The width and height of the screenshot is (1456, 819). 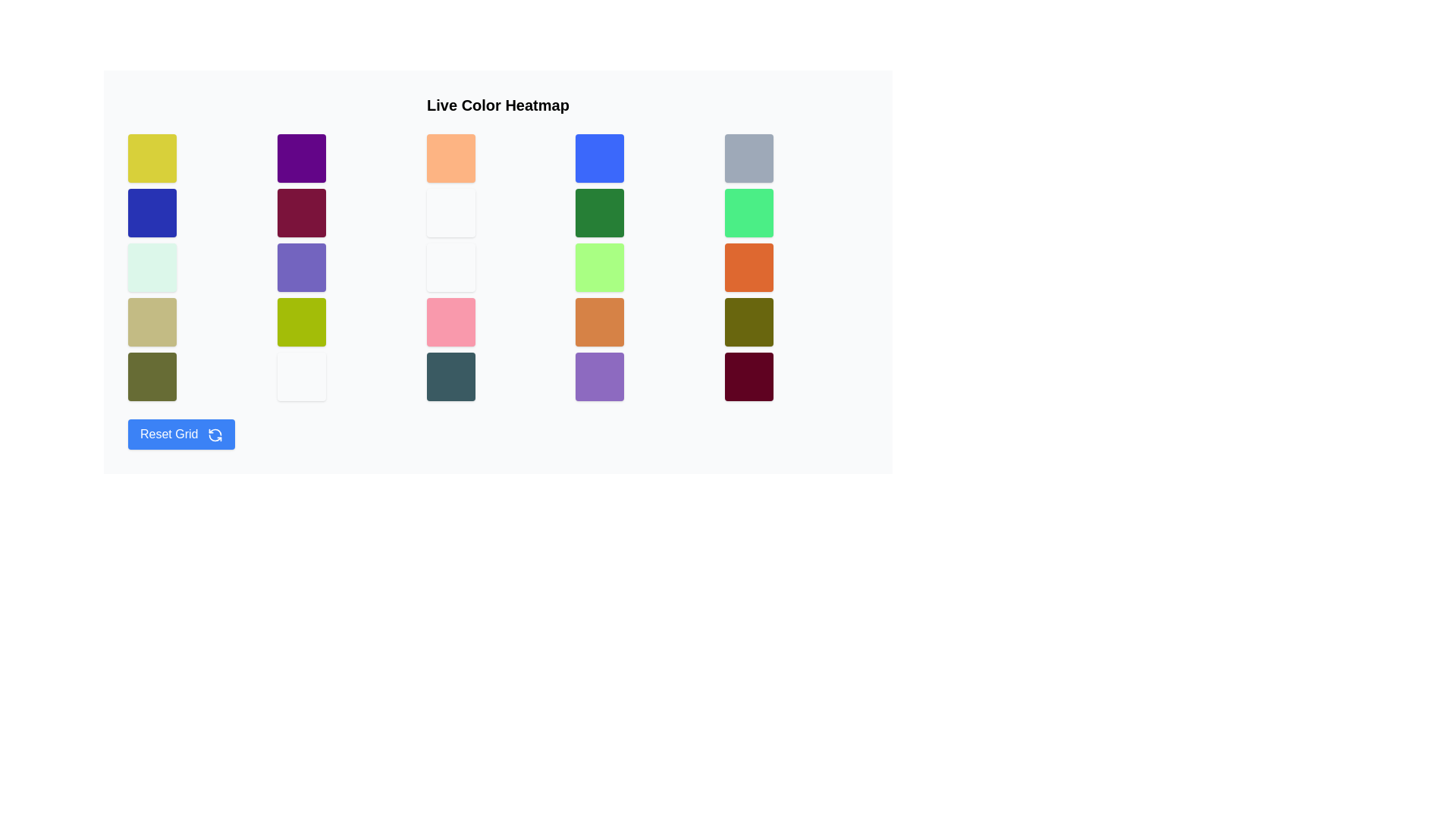 I want to click on the non-interactive Square Tile located in the second row, first column of the grid layout, so click(x=152, y=213).